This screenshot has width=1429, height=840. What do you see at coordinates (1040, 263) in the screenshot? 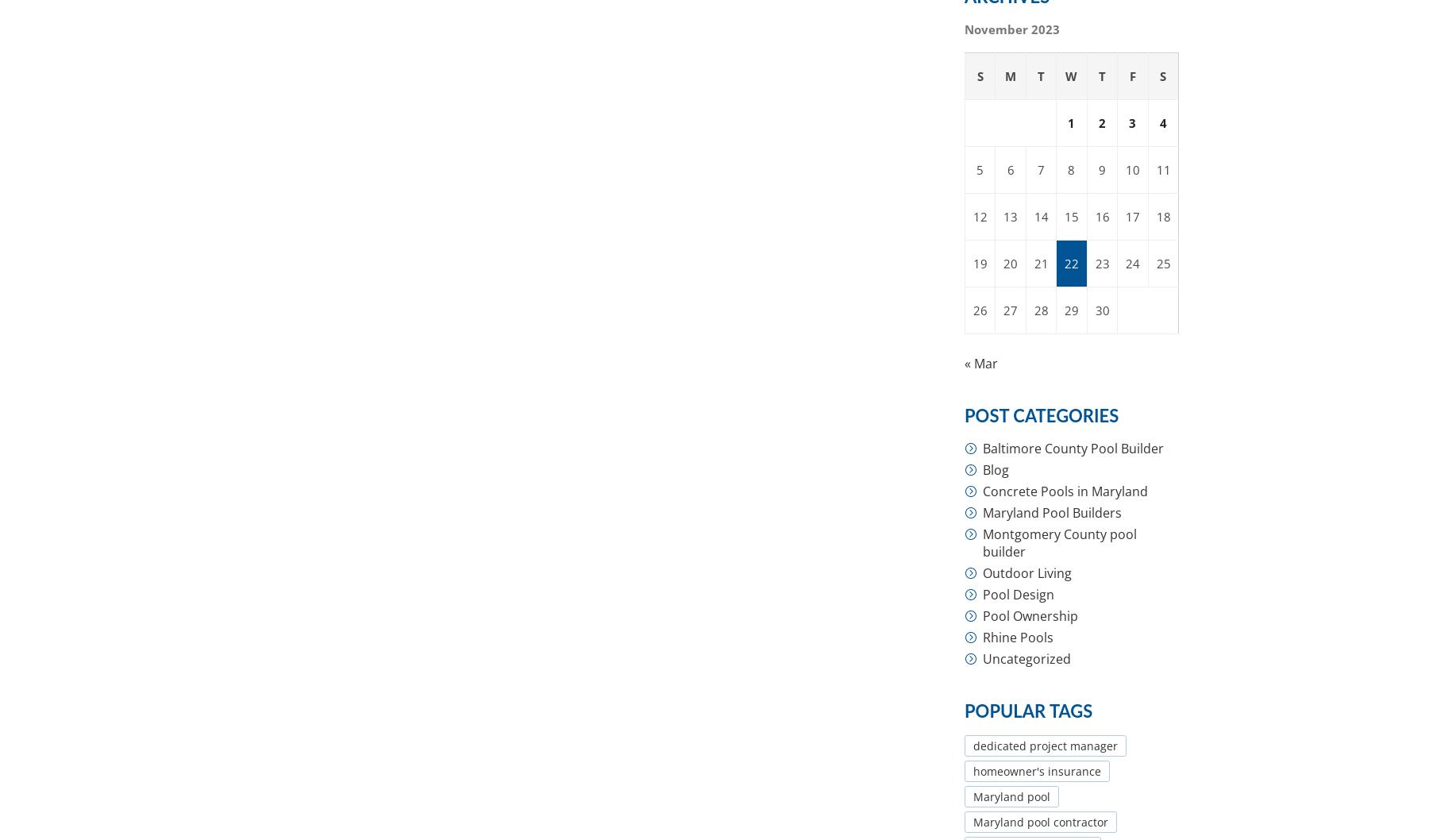
I see `'21'` at bounding box center [1040, 263].